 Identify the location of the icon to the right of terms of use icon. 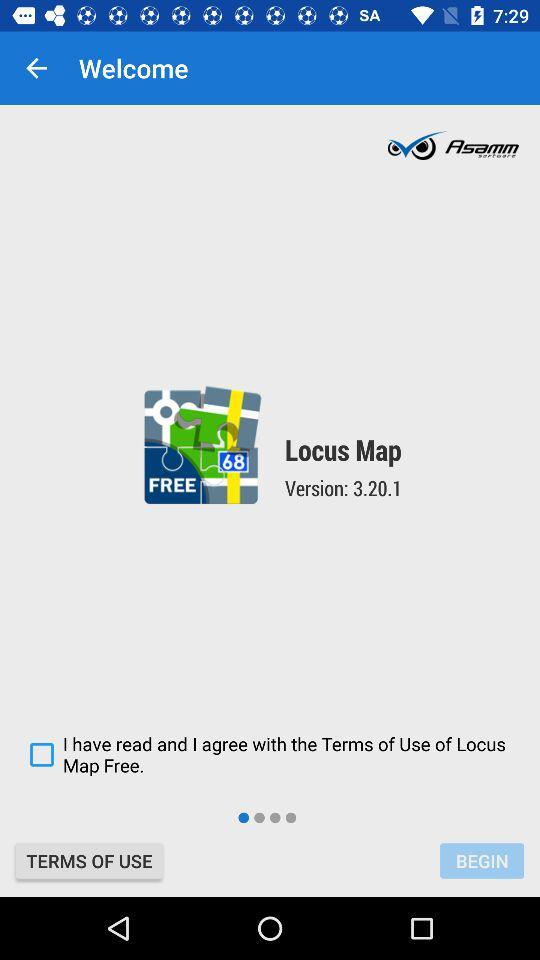
(481, 860).